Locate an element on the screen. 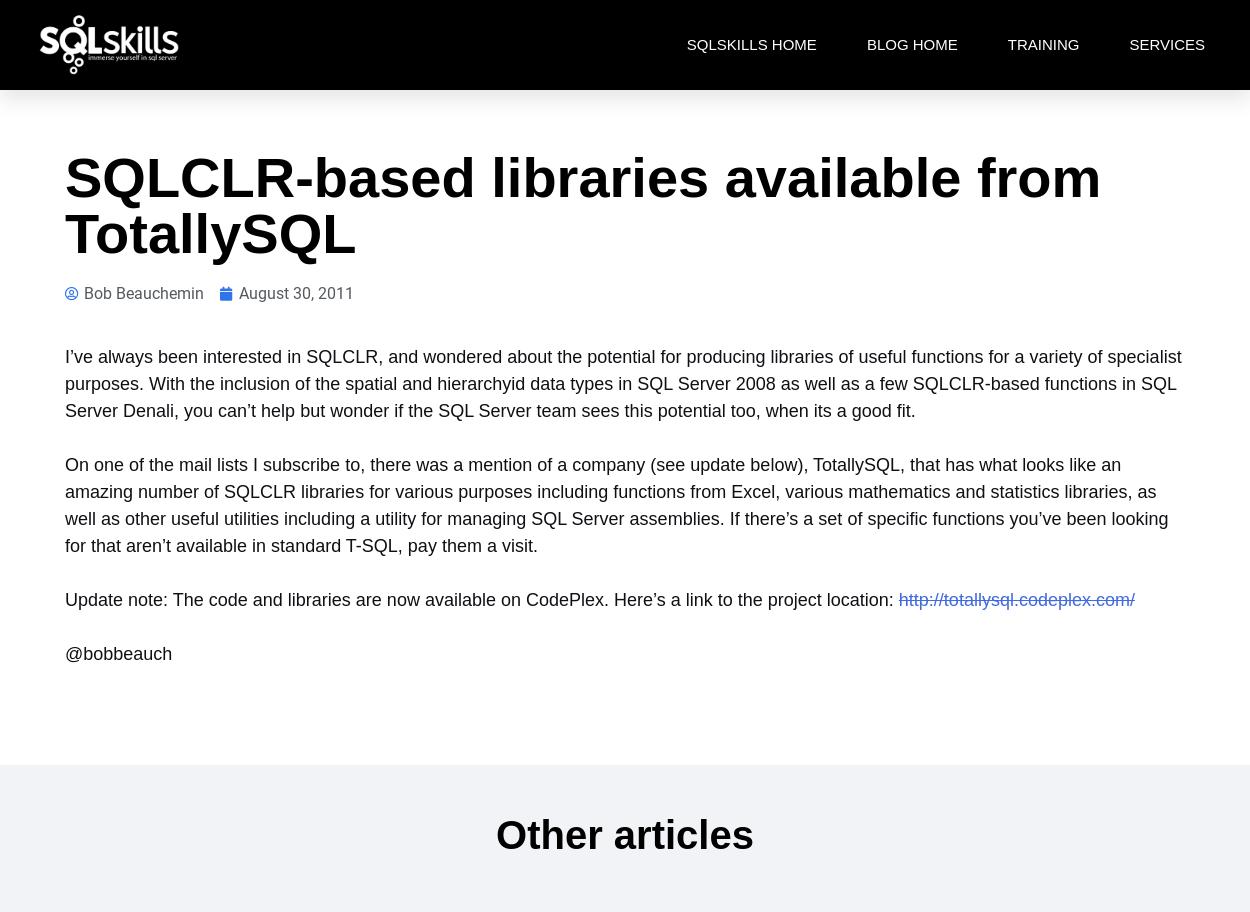 The width and height of the screenshot is (1250, 912). 'I’ve always been interested in SQLCLR, and wondered about the potential for producing libraries of useful functions for a variety of specialist purposes. With the inclusion of the spatial and hierarchyid data types in SQL Server 2008 as well as a few SQLCLR-based functions in SQL Server Denali, you can’t help but wonder if the SQL Server team sees this potential too, when its a good fit.' is located at coordinates (622, 384).